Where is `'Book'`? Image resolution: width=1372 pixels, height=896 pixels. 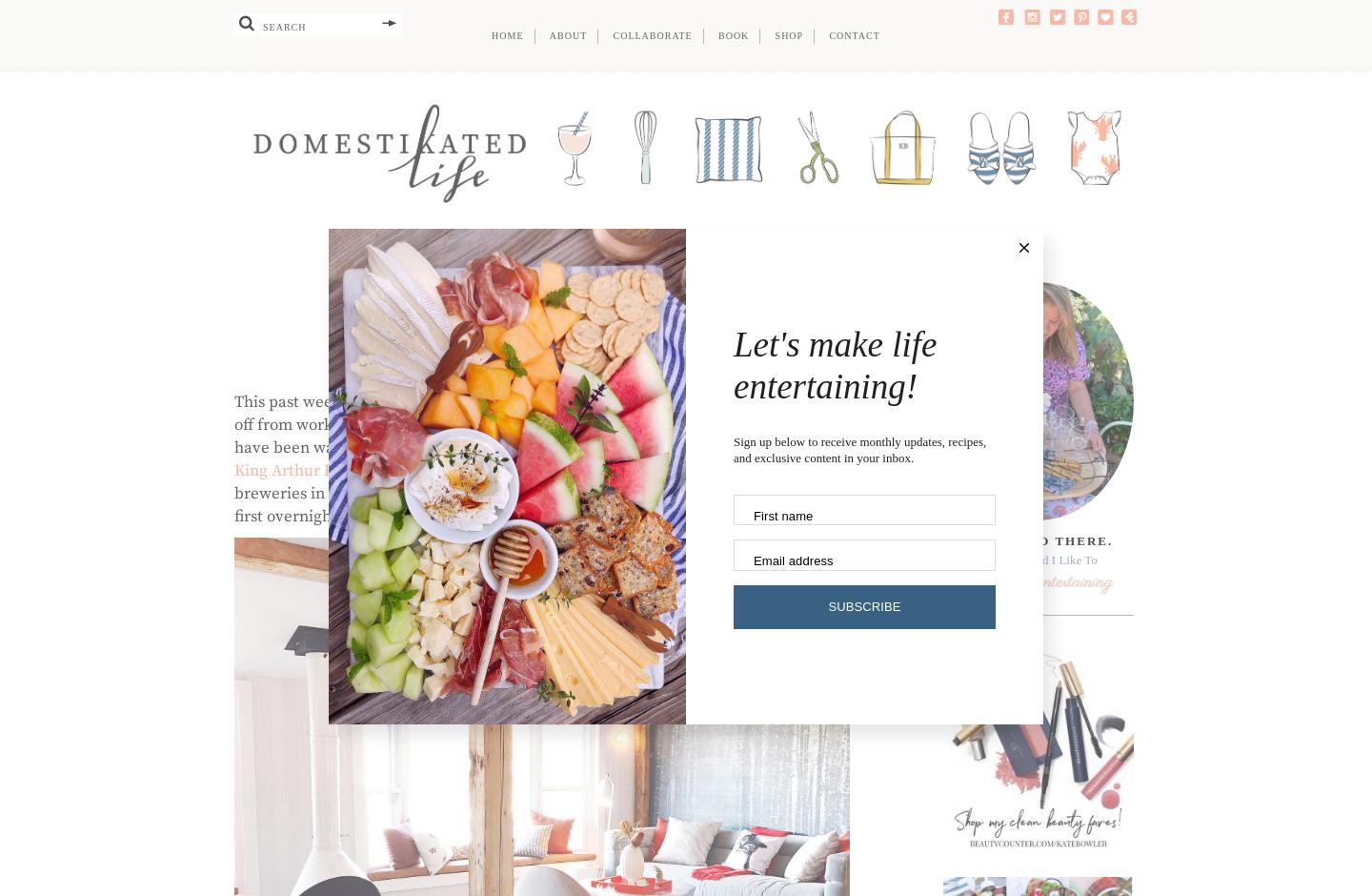 'Book' is located at coordinates (732, 35).